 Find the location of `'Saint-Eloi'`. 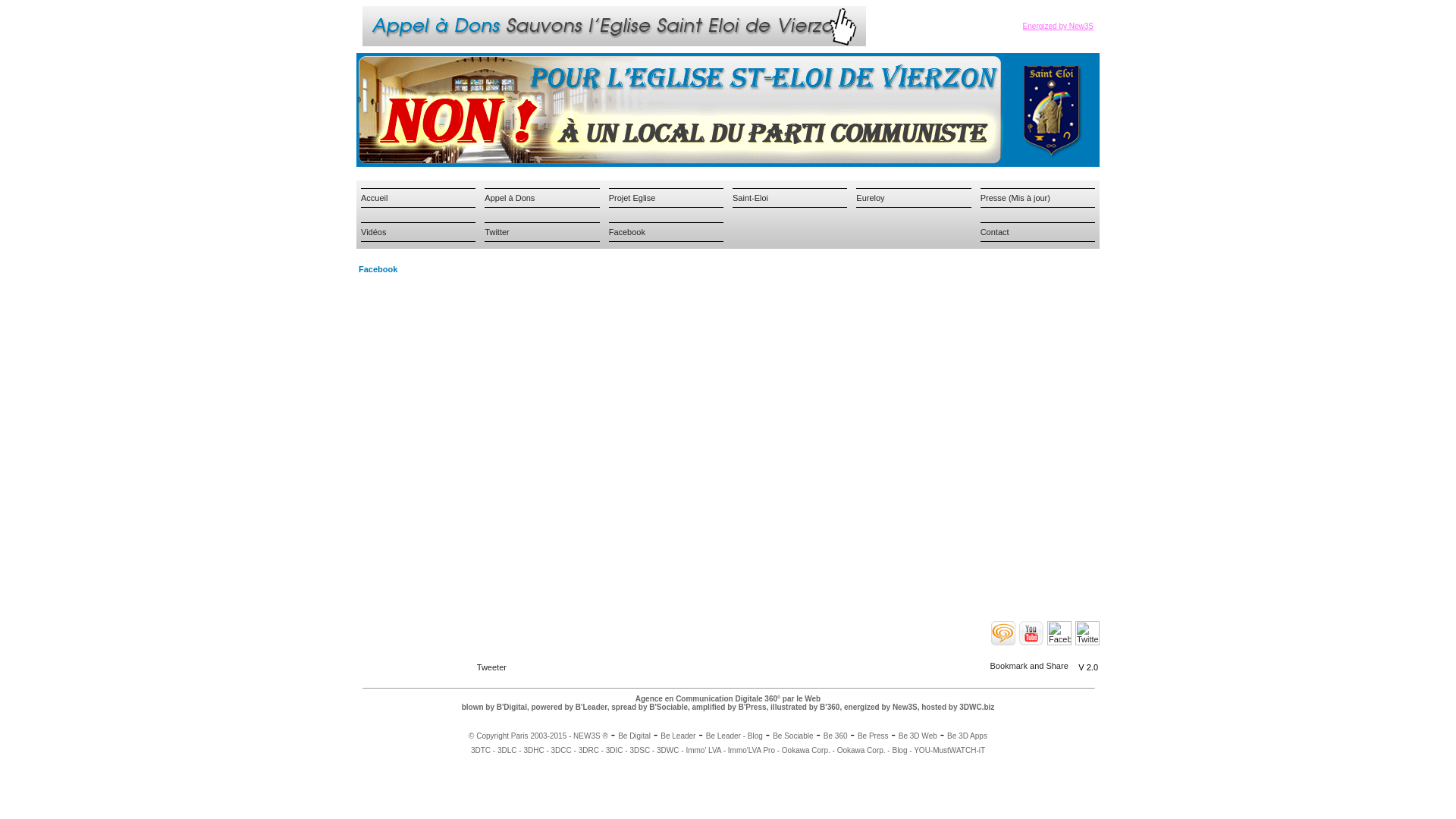

'Saint-Eloi' is located at coordinates (750, 196).